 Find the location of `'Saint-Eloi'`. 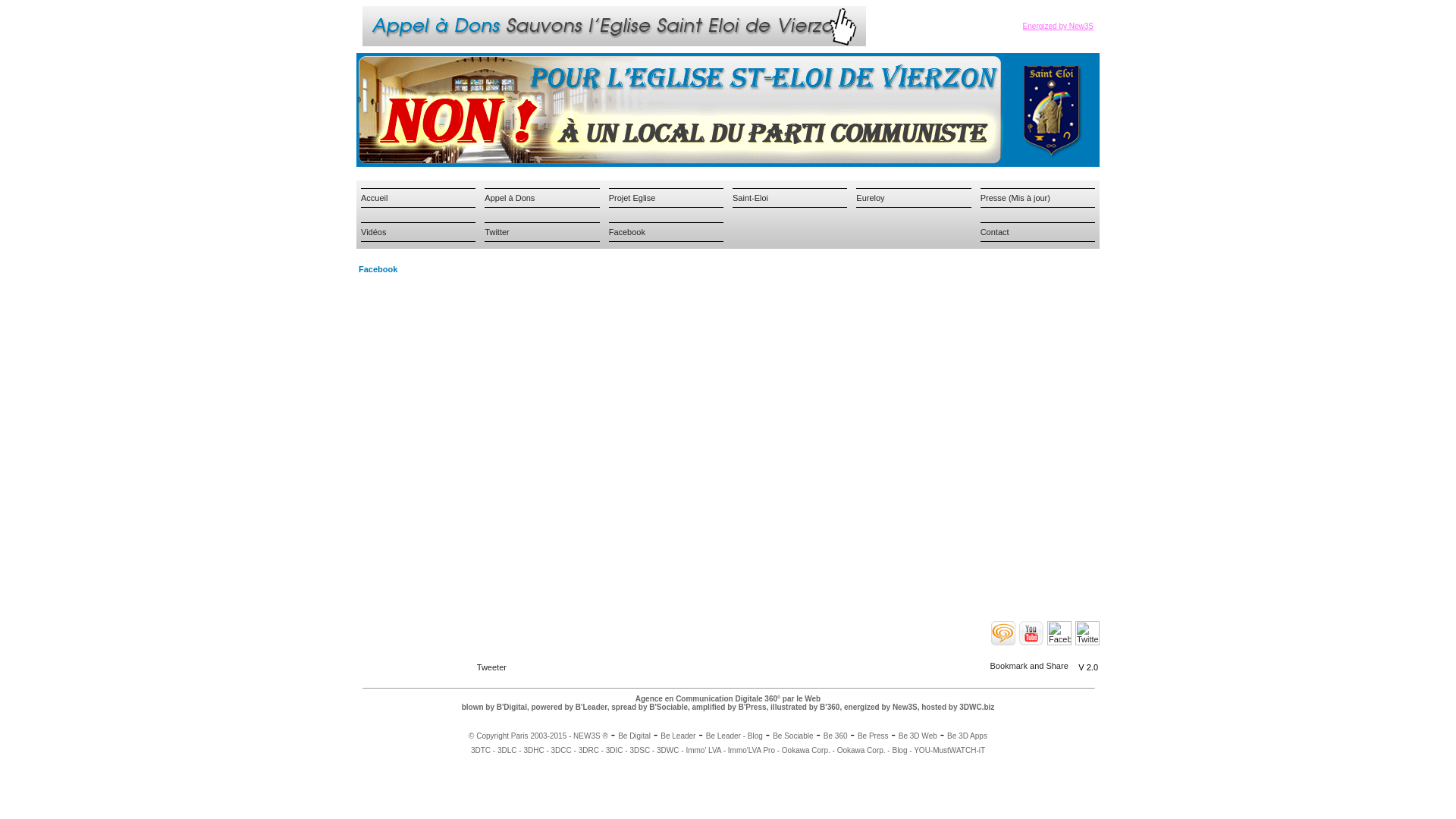

'Saint-Eloi' is located at coordinates (750, 196).